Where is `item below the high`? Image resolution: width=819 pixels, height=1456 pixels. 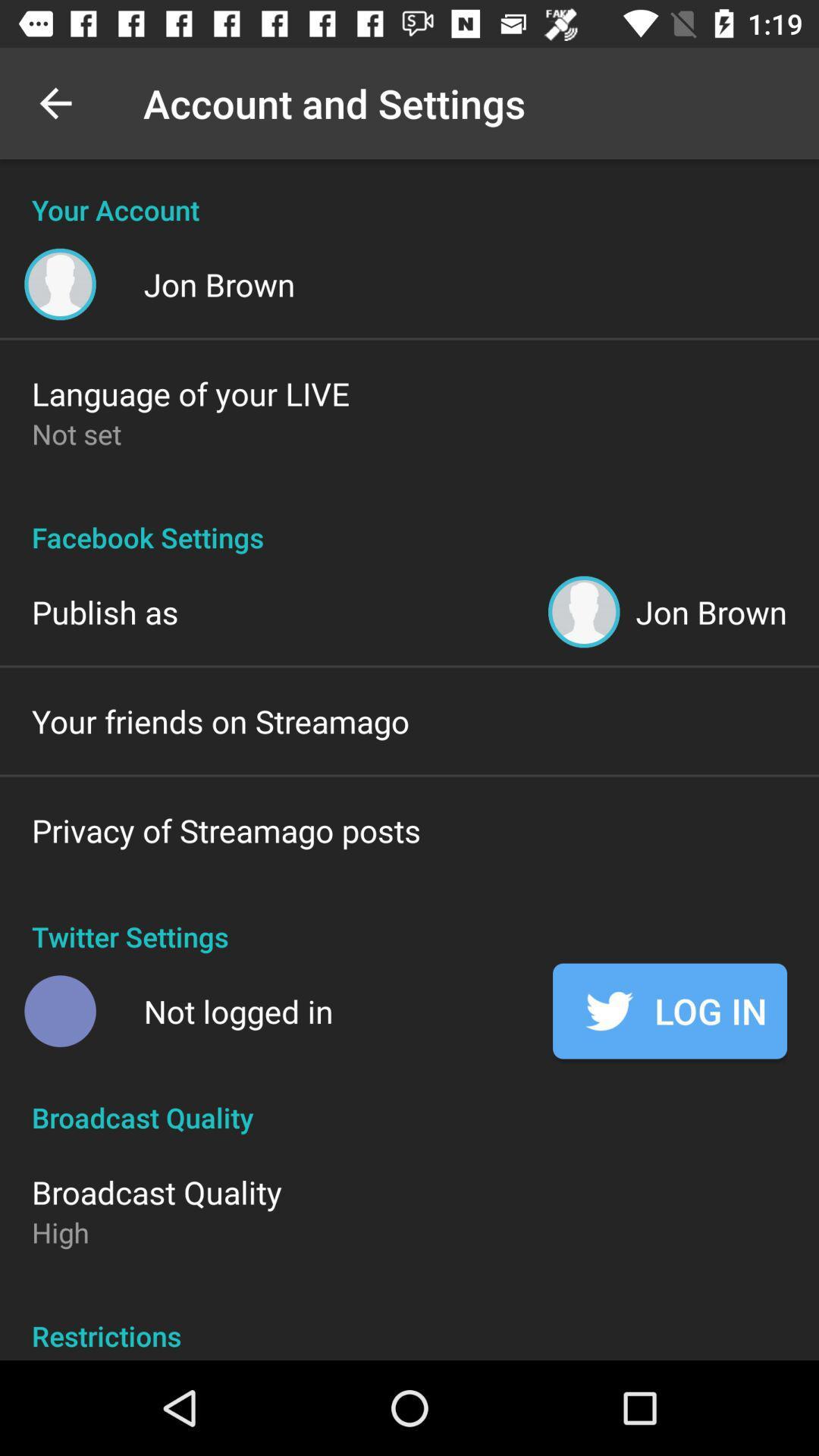
item below the high is located at coordinates (409, 1319).